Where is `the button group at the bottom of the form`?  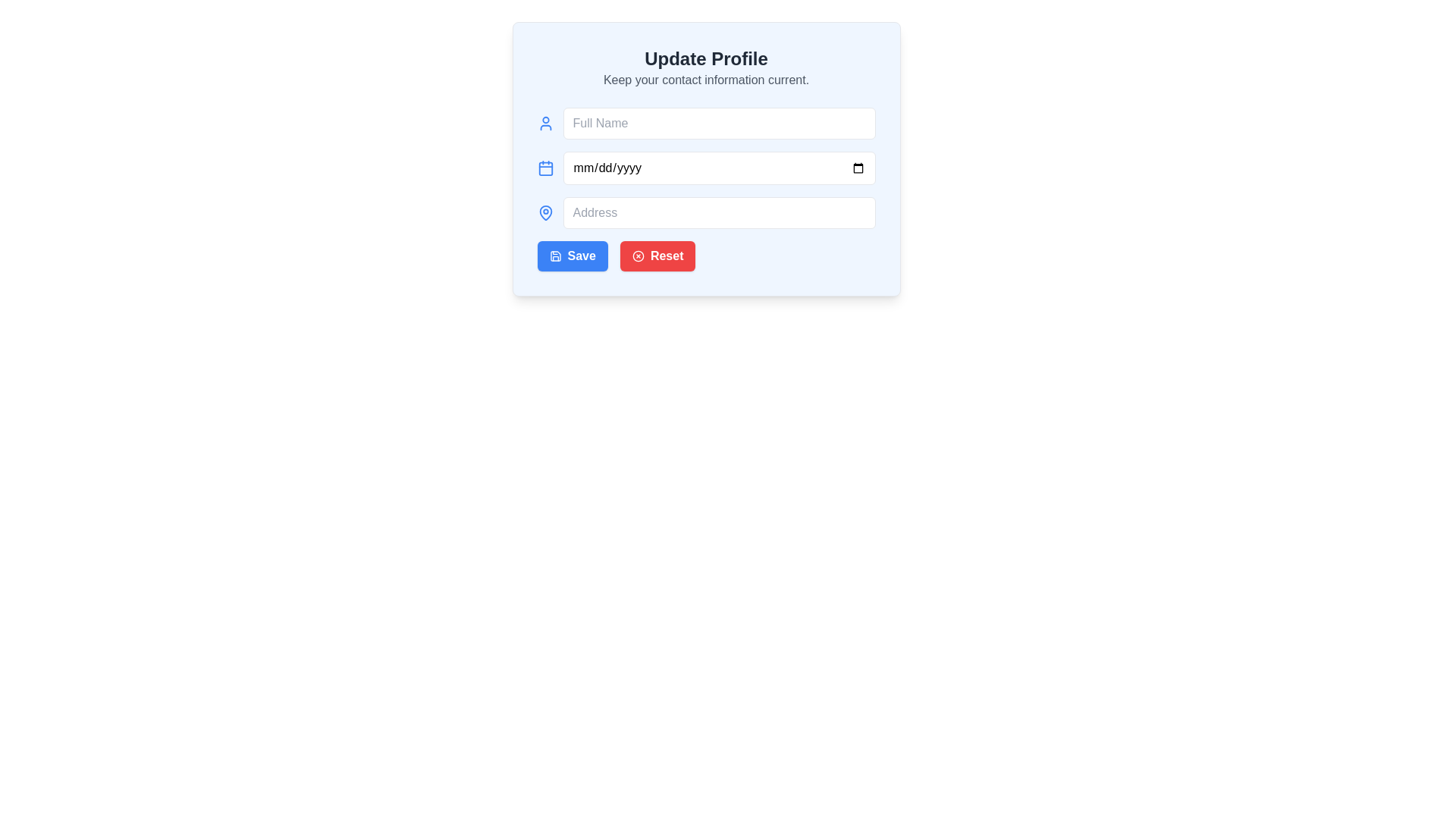
the button group at the bottom of the form is located at coordinates (705, 256).